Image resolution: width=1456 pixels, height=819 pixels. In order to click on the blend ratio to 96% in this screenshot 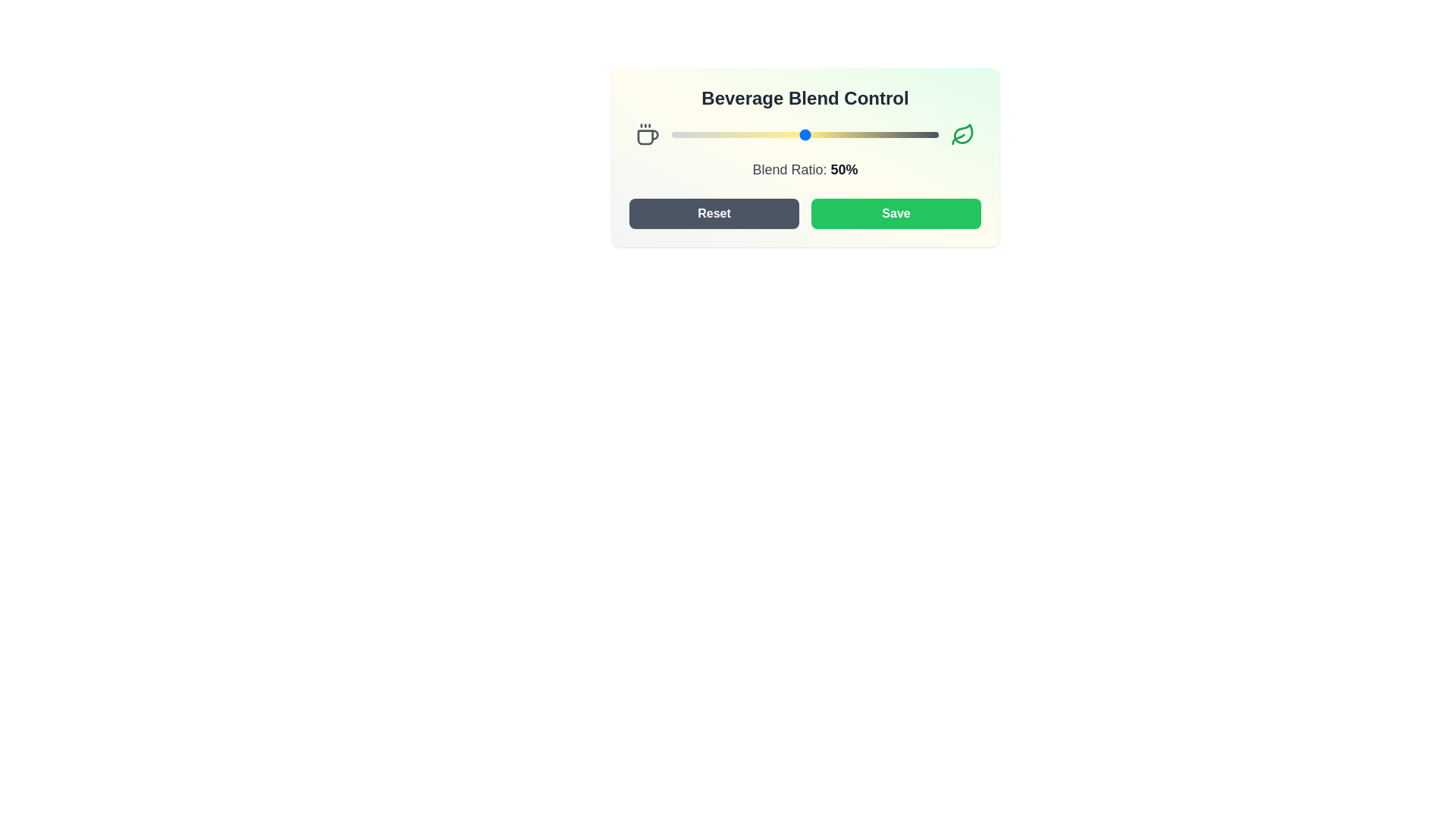, I will do `click(927, 133)`.